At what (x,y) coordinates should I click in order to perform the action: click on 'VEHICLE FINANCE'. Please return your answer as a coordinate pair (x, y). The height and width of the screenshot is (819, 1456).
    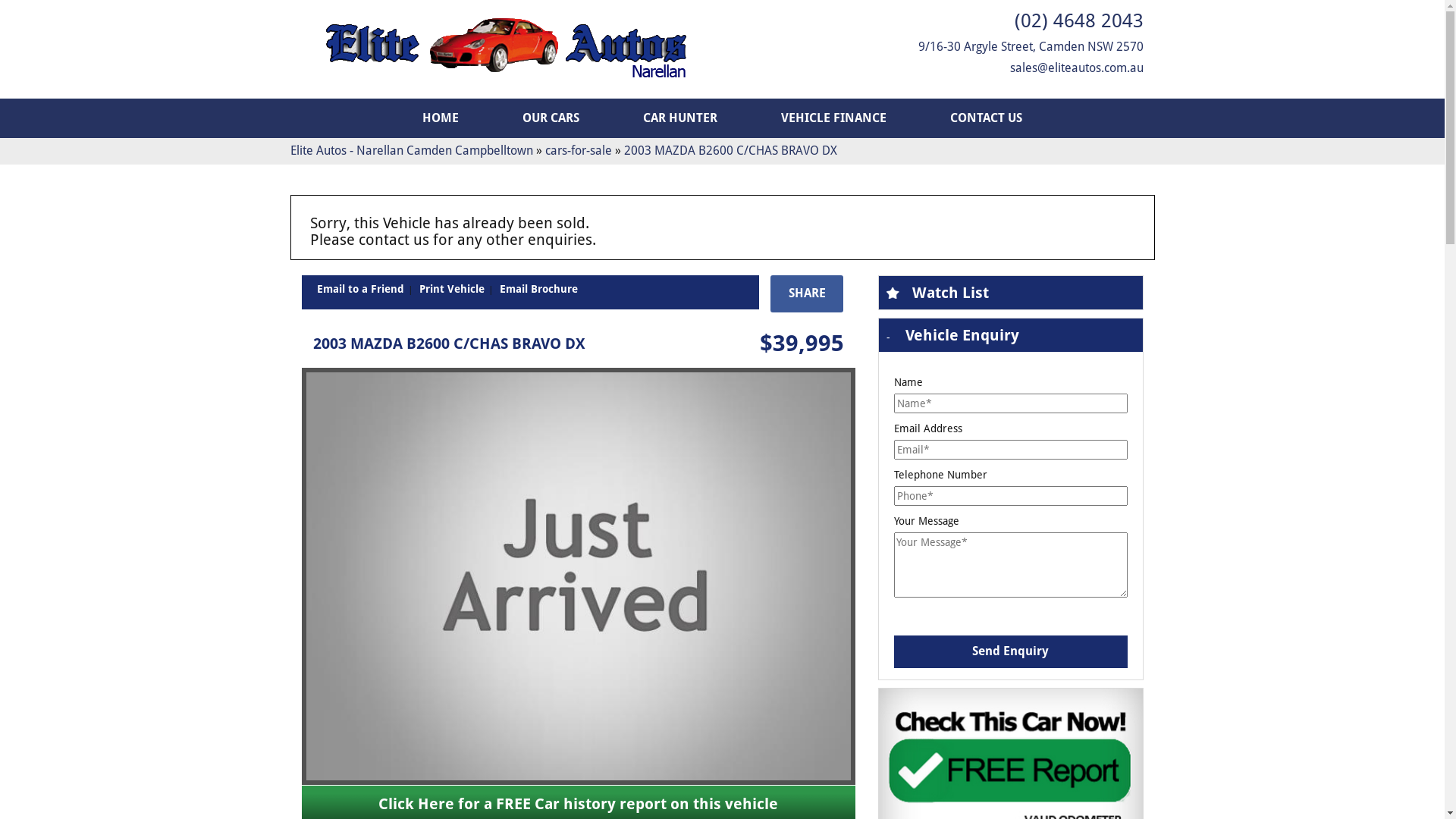
    Looking at the image, I should click on (833, 117).